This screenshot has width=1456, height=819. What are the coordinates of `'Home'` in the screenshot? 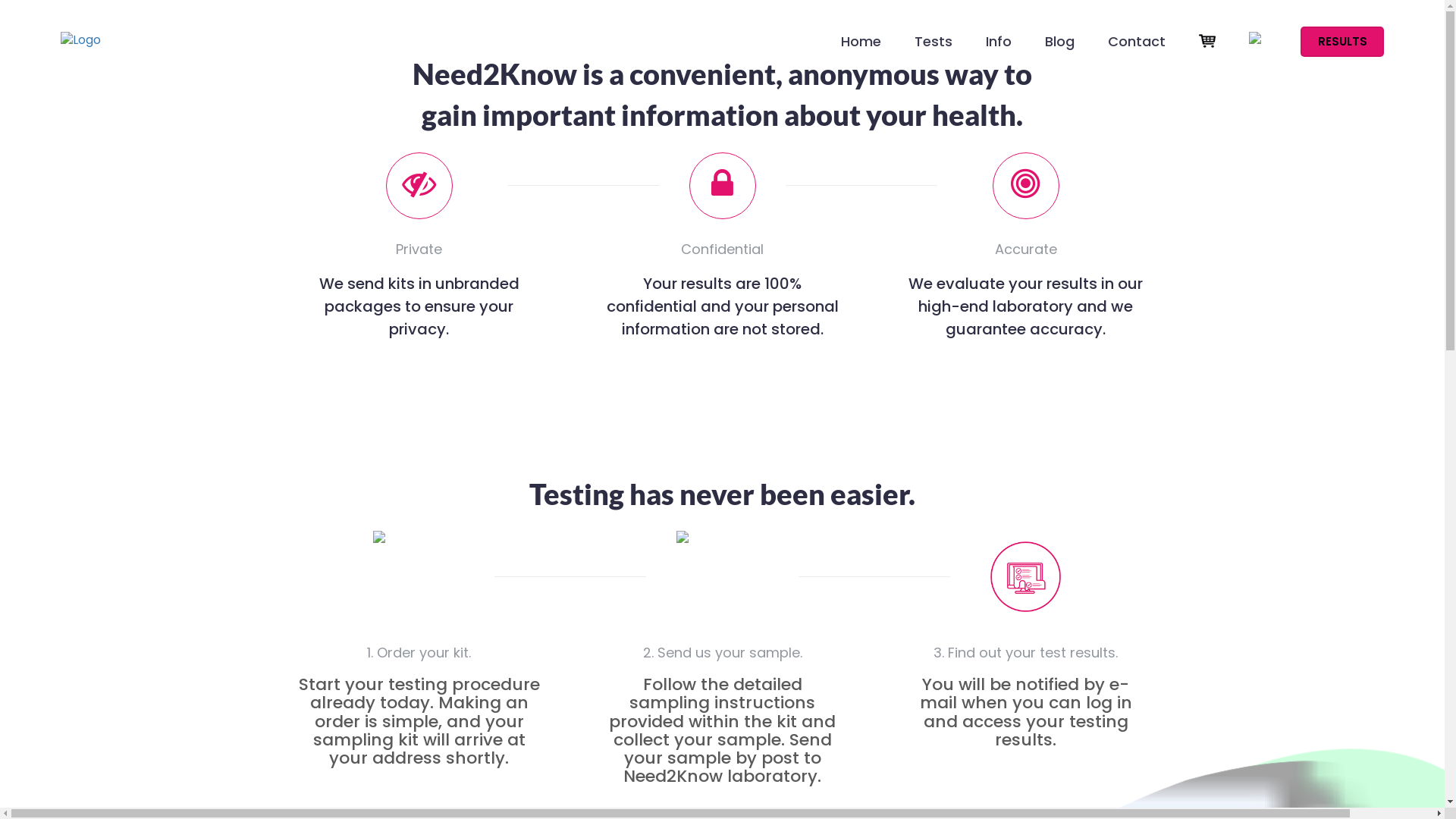 It's located at (861, 49).